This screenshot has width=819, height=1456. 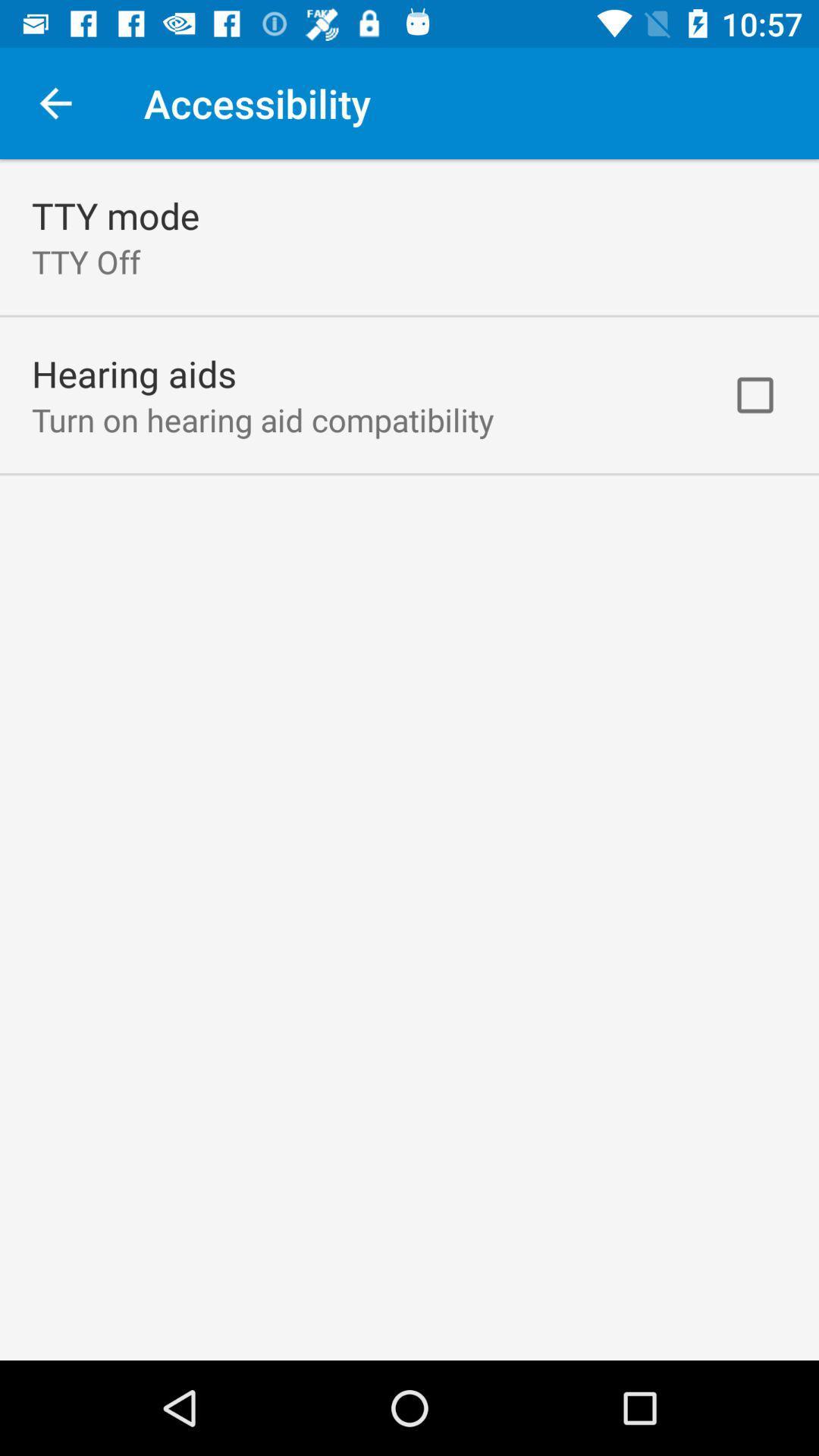 I want to click on tty off icon, so click(x=86, y=262).